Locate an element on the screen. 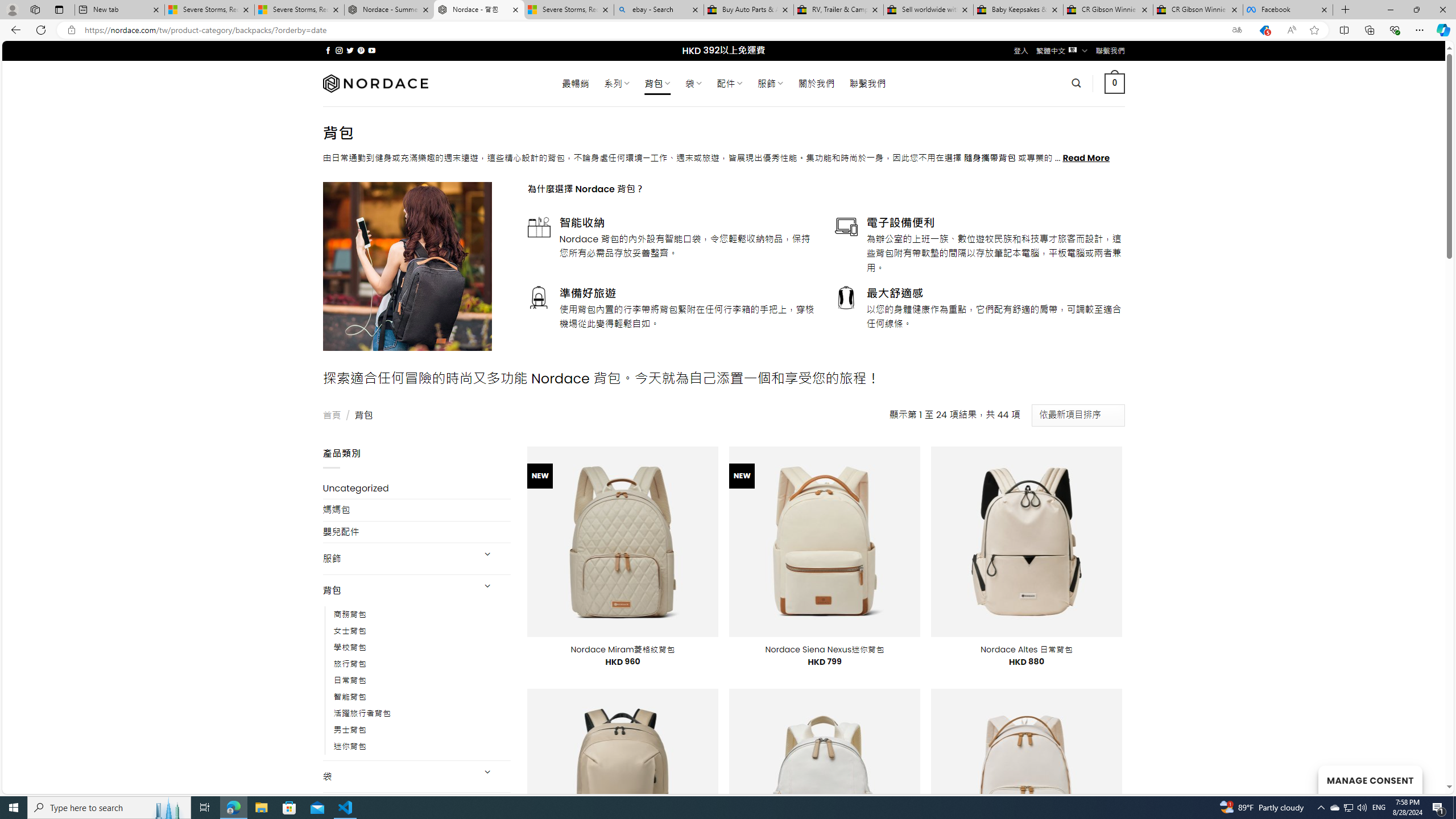  'RV, Trailer & Camper Steps & Ladders for sale | eBay' is located at coordinates (838, 9).